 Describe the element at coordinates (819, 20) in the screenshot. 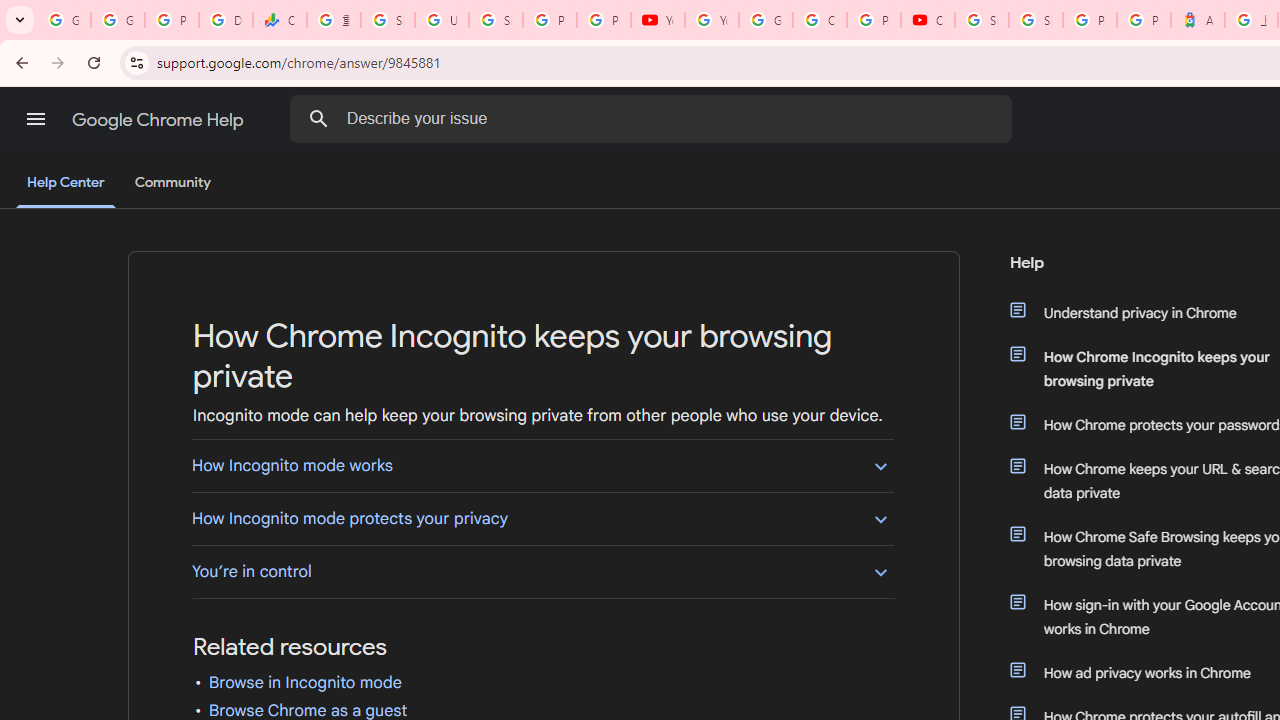

I see `'Create your Google Account'` at that location.